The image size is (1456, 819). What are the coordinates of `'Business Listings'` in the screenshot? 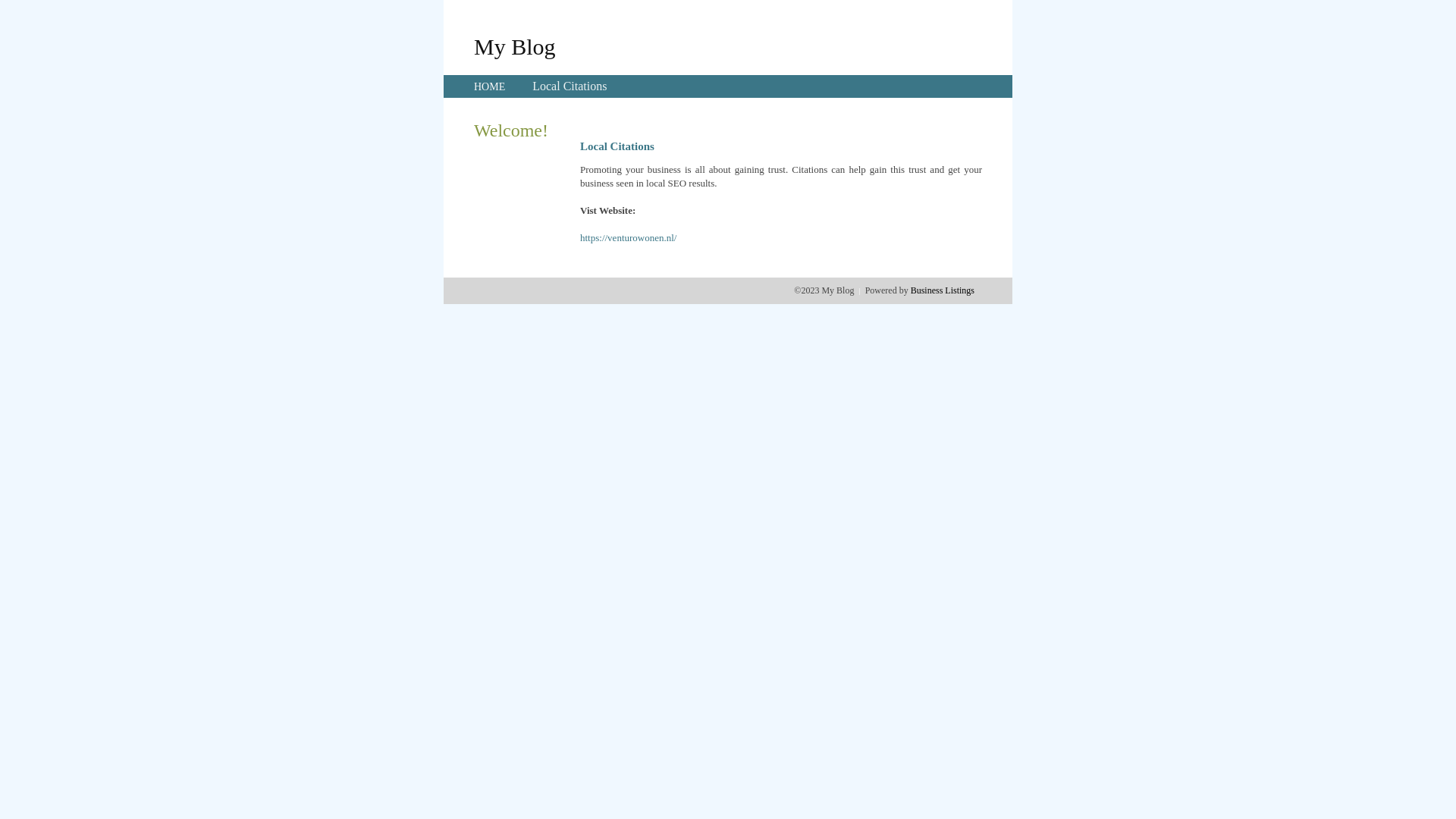 It's located at (942, 290).